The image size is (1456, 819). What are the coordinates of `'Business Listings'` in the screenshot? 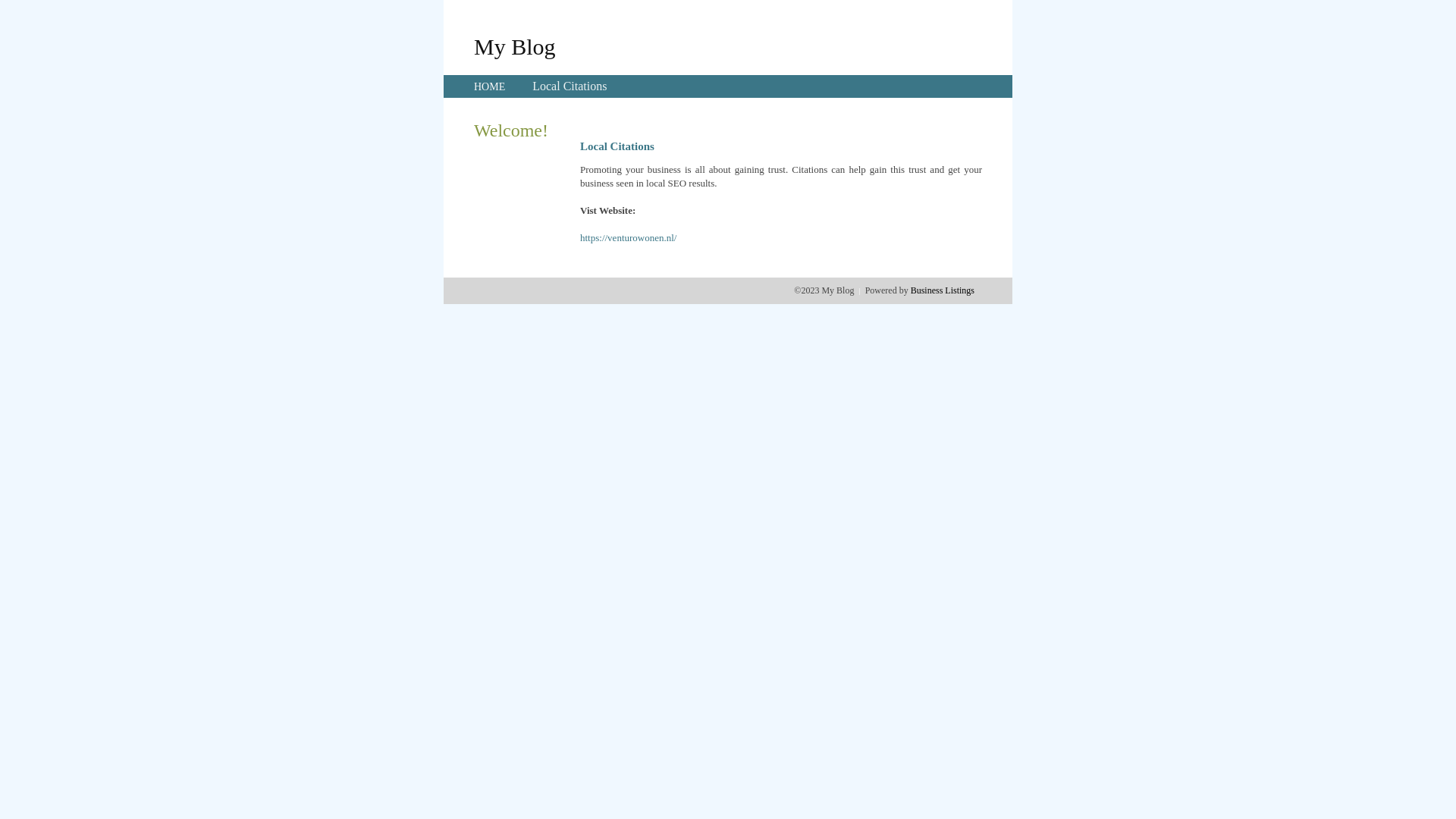 It's located at (942, 290).